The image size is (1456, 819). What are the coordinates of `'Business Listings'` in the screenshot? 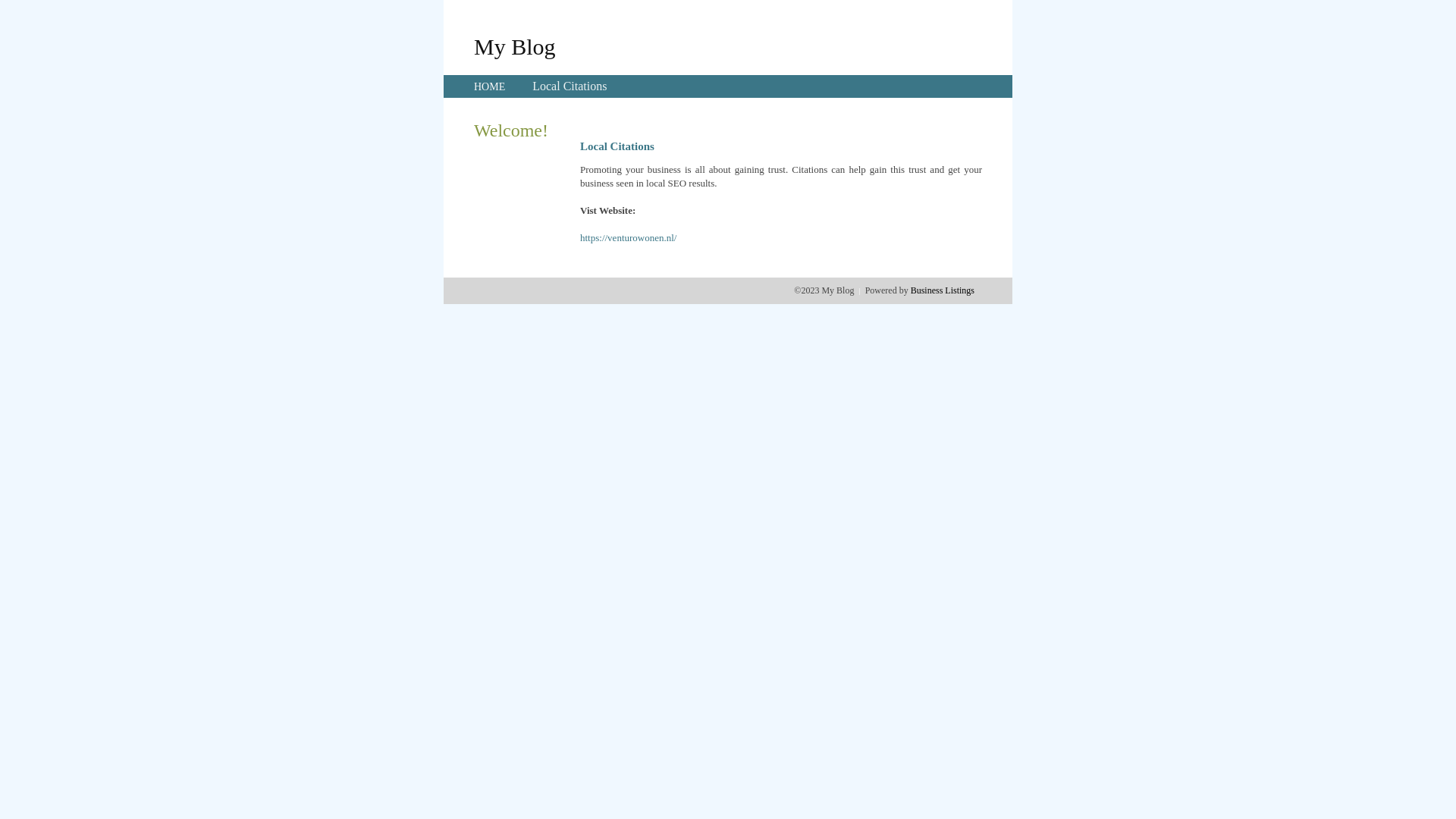 It's located at (942, 290).